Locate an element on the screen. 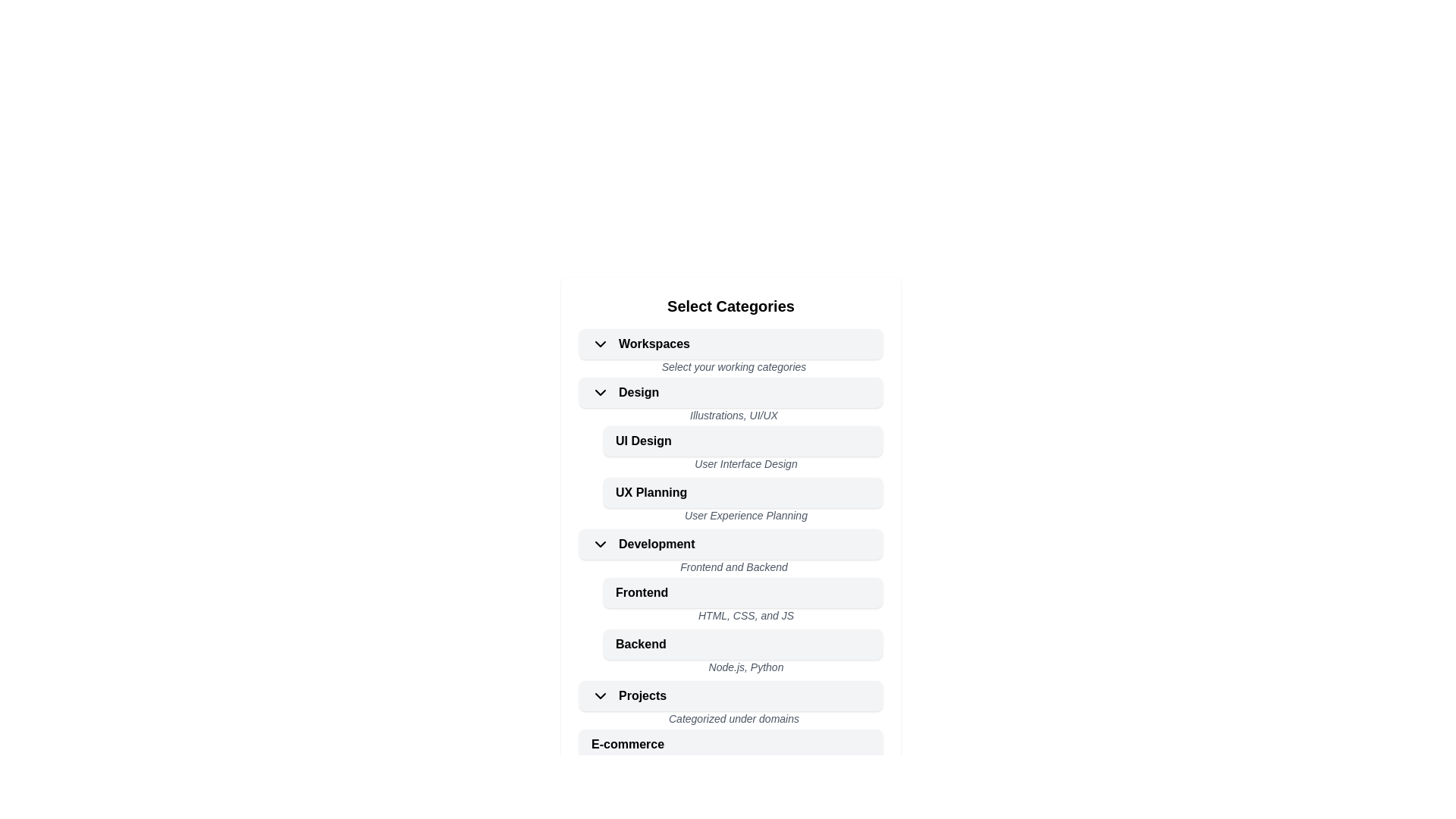 The height and width of the screenshot is (819, 1456). the 'Workspaces' category header text label is located at coordinates (640, 344).